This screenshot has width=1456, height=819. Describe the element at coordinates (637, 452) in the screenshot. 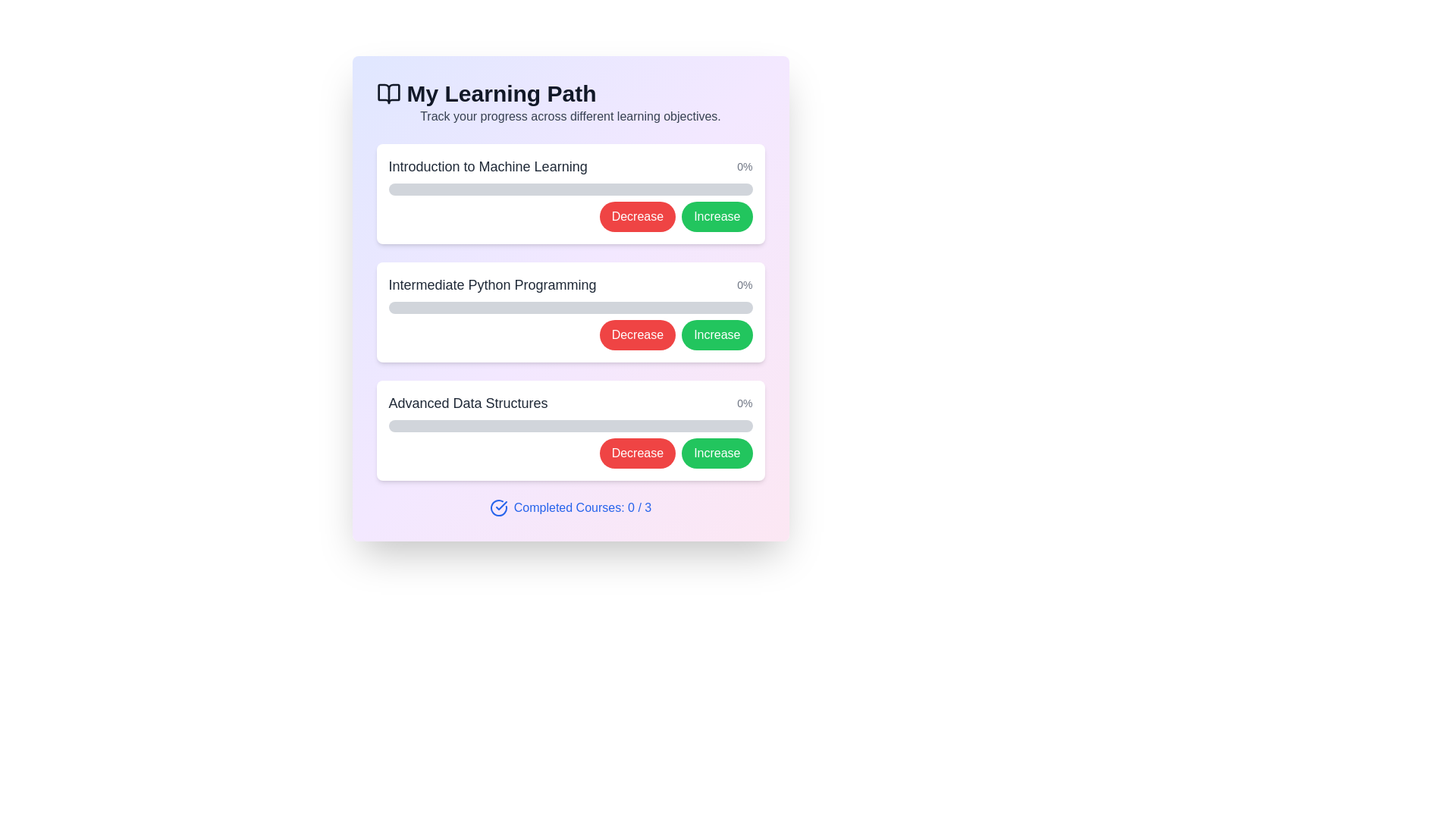

I see `the 'Decrease' button with a red background and white text, located in the bottom-most row of controls in the 'Advanced Data Structures' section` at that location.